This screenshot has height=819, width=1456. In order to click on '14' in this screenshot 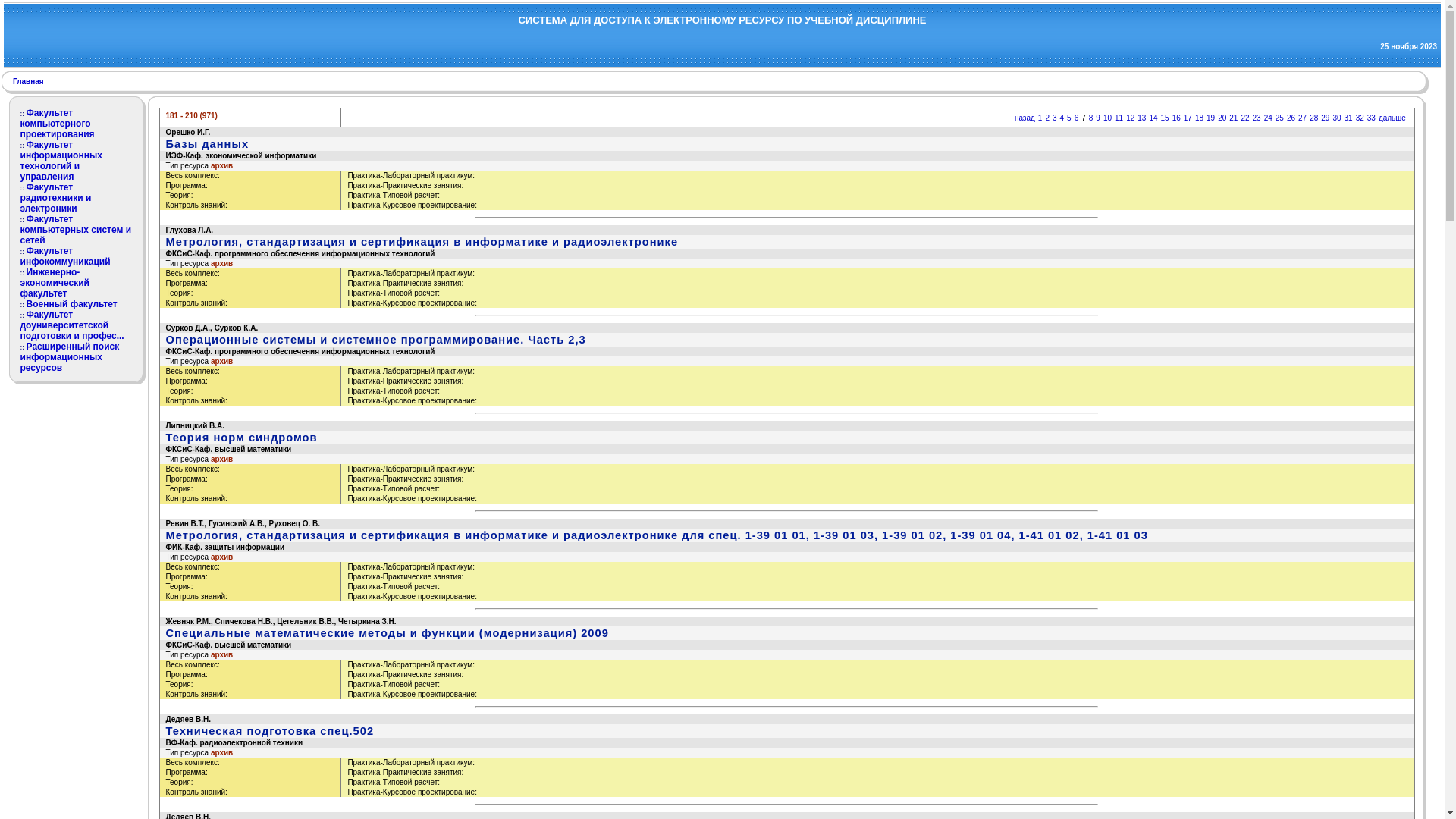, I will do `click(1149, 117)`.